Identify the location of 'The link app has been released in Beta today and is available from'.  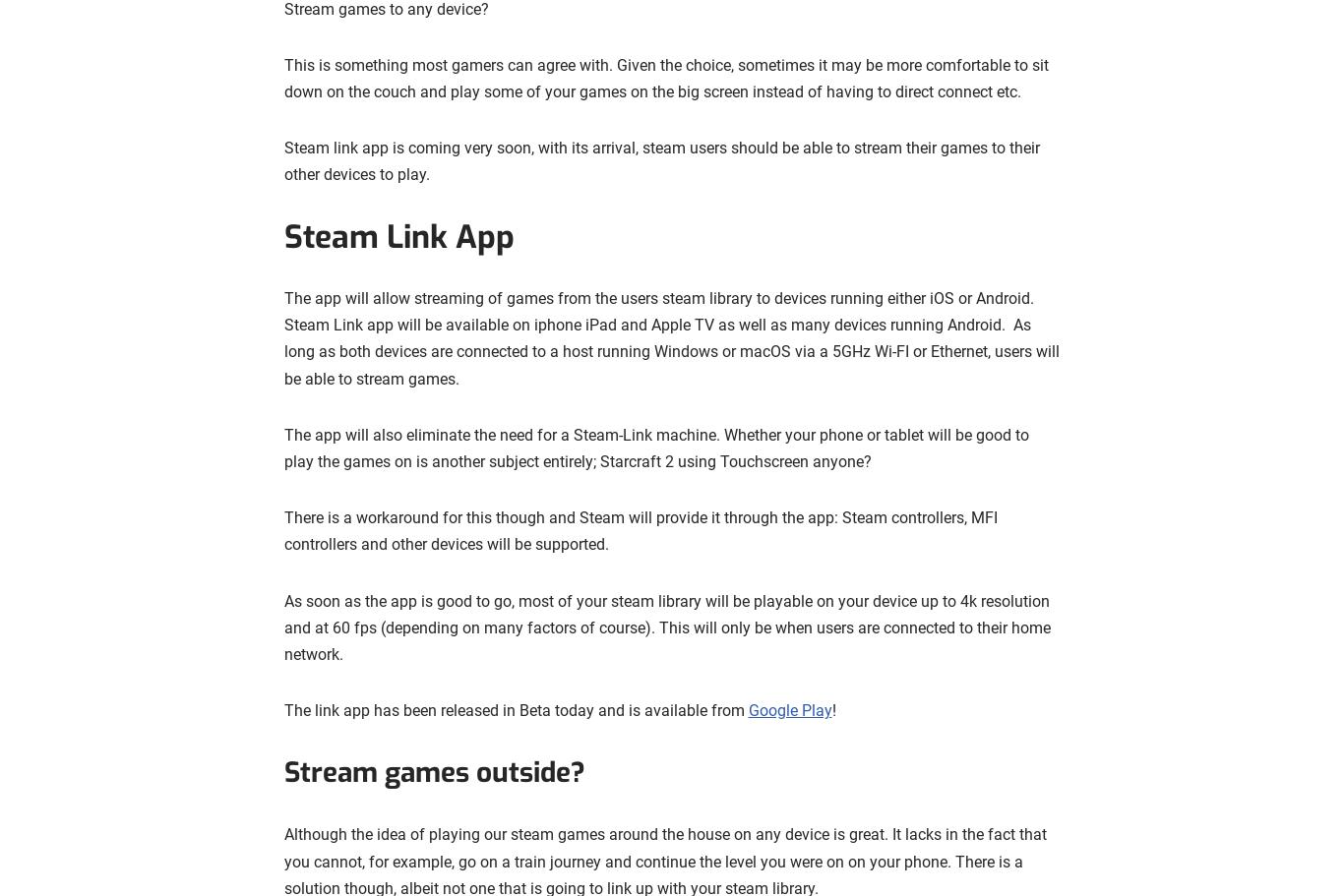
(515, 710).